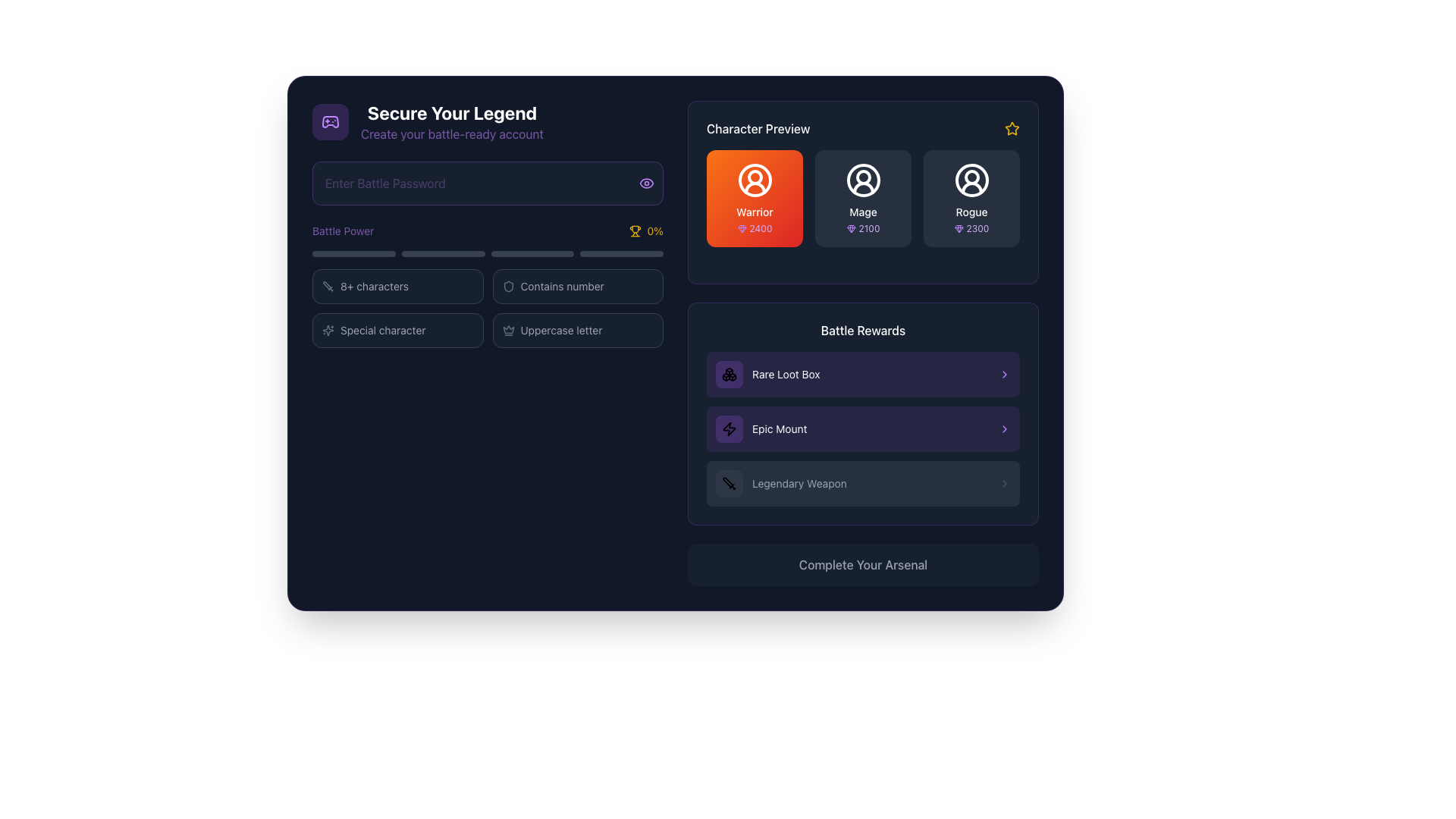 Image resolution: width=1456 pixels, height=819 pixels. Describe the element at coordinates (729, 374) in the screenshot. I see `the 'Rare Loot Box' icon located in the upper-left corner of the 'Battle Rewards' section, which is visually distinct and positioned to the left of the 'Rare Loot Box' text` at that location.